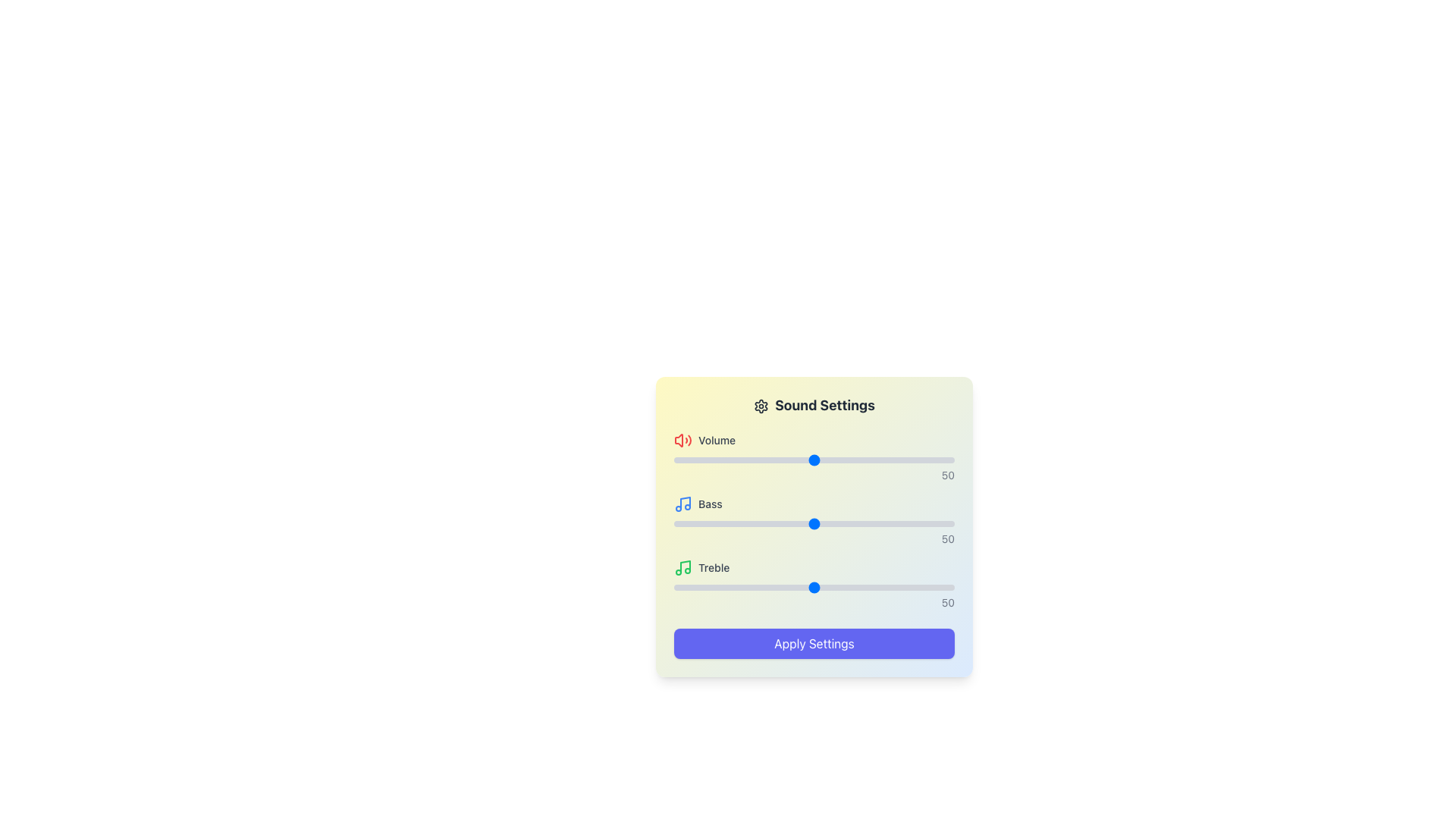 The height and width of the screenshot is (819, 1456). I want to click on the volume level, so click(836, 459).